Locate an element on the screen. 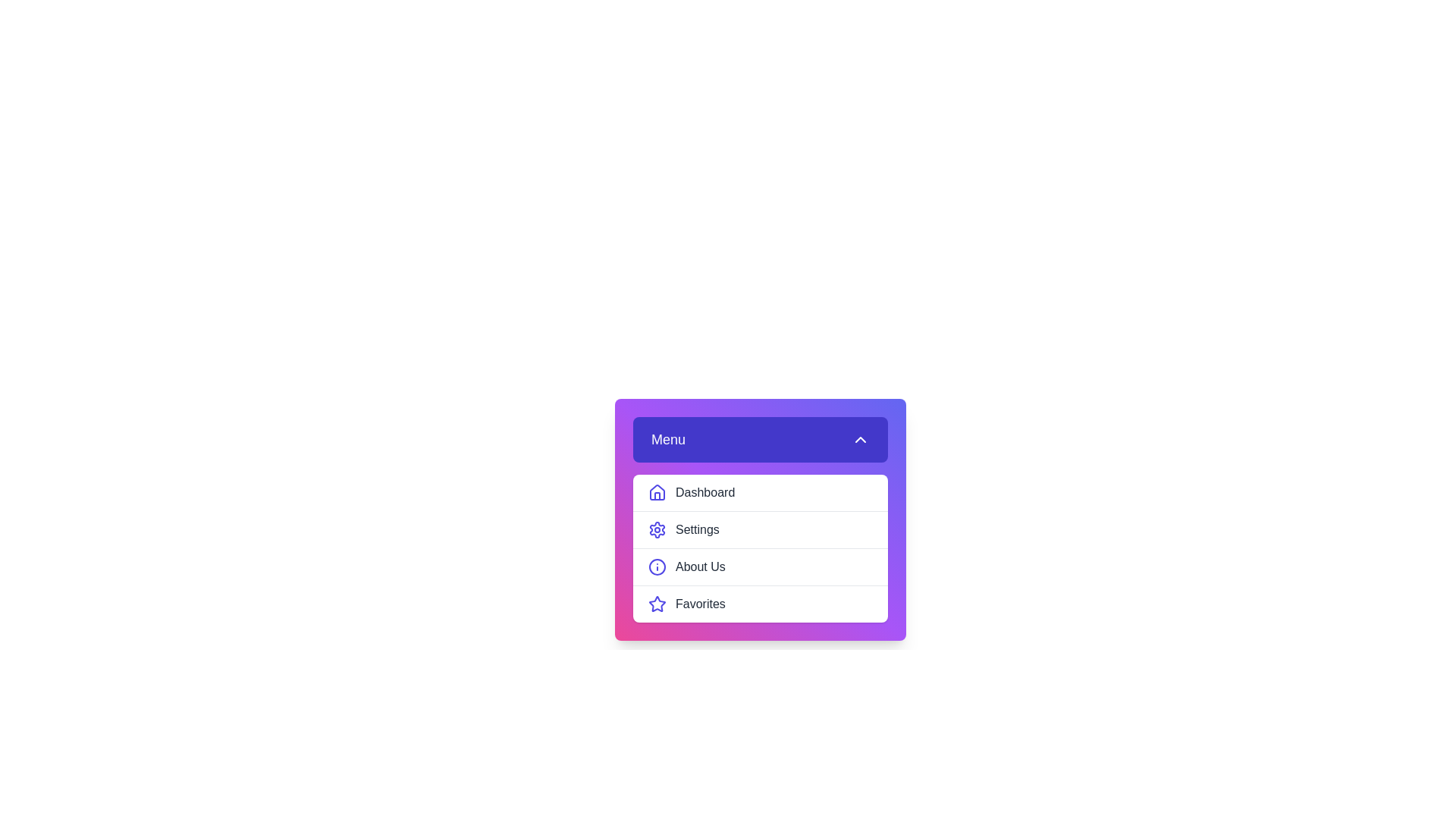  the menu item Favorites from the menu is located at coordinates (761, 603).